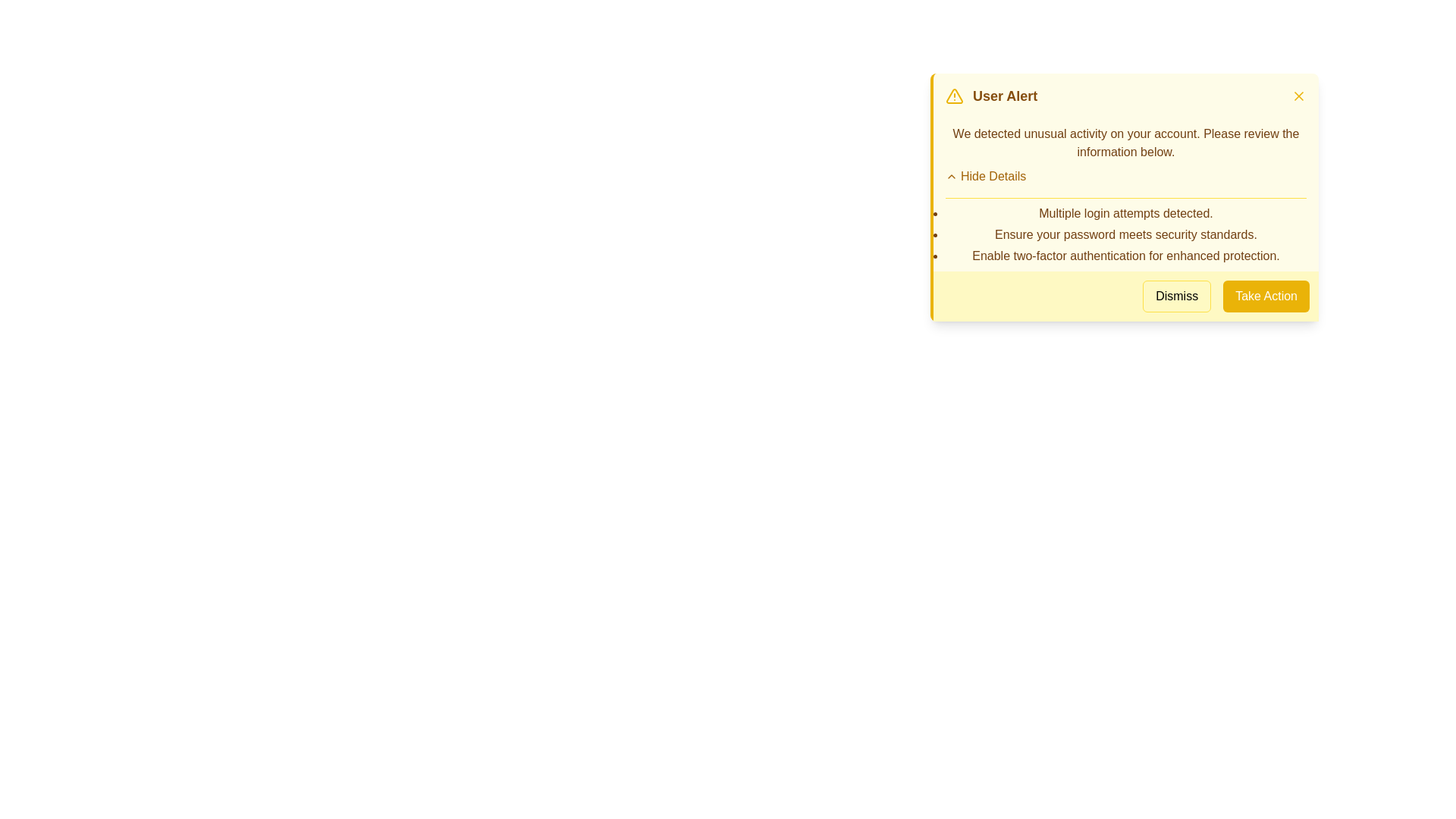 Image resolution: width=1456 pixels, height=819 pixels. What do you see at coordinates (1125, 213) in the screenshot?
I see `the informational message about potential security issues due to multiple login attempts, which is the first item in a bullet-point list inside a yellow alert box` at bounding box center [1125, 213].